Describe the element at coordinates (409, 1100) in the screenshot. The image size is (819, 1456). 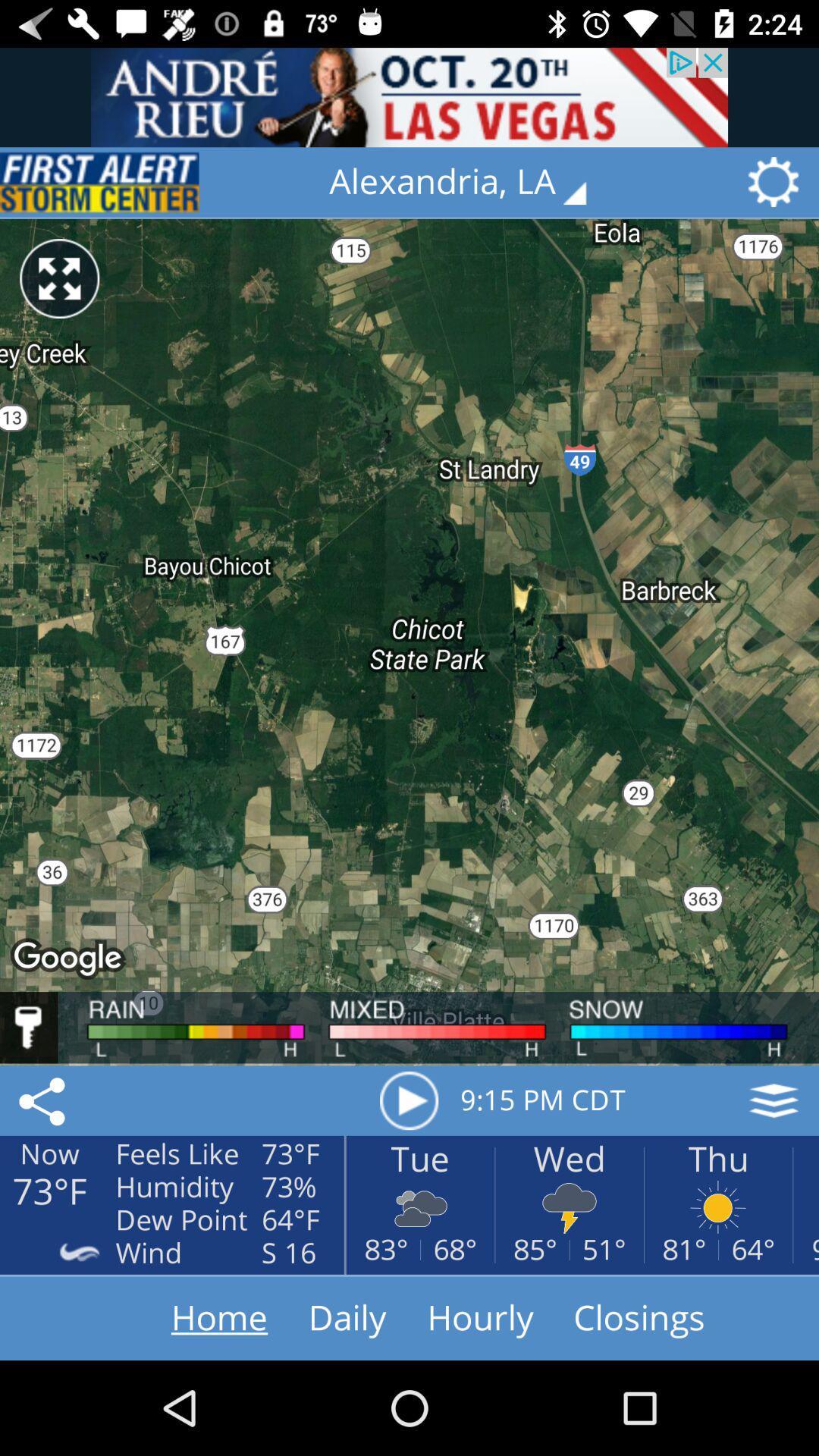
I see `play button which is beside share icon` at that location.